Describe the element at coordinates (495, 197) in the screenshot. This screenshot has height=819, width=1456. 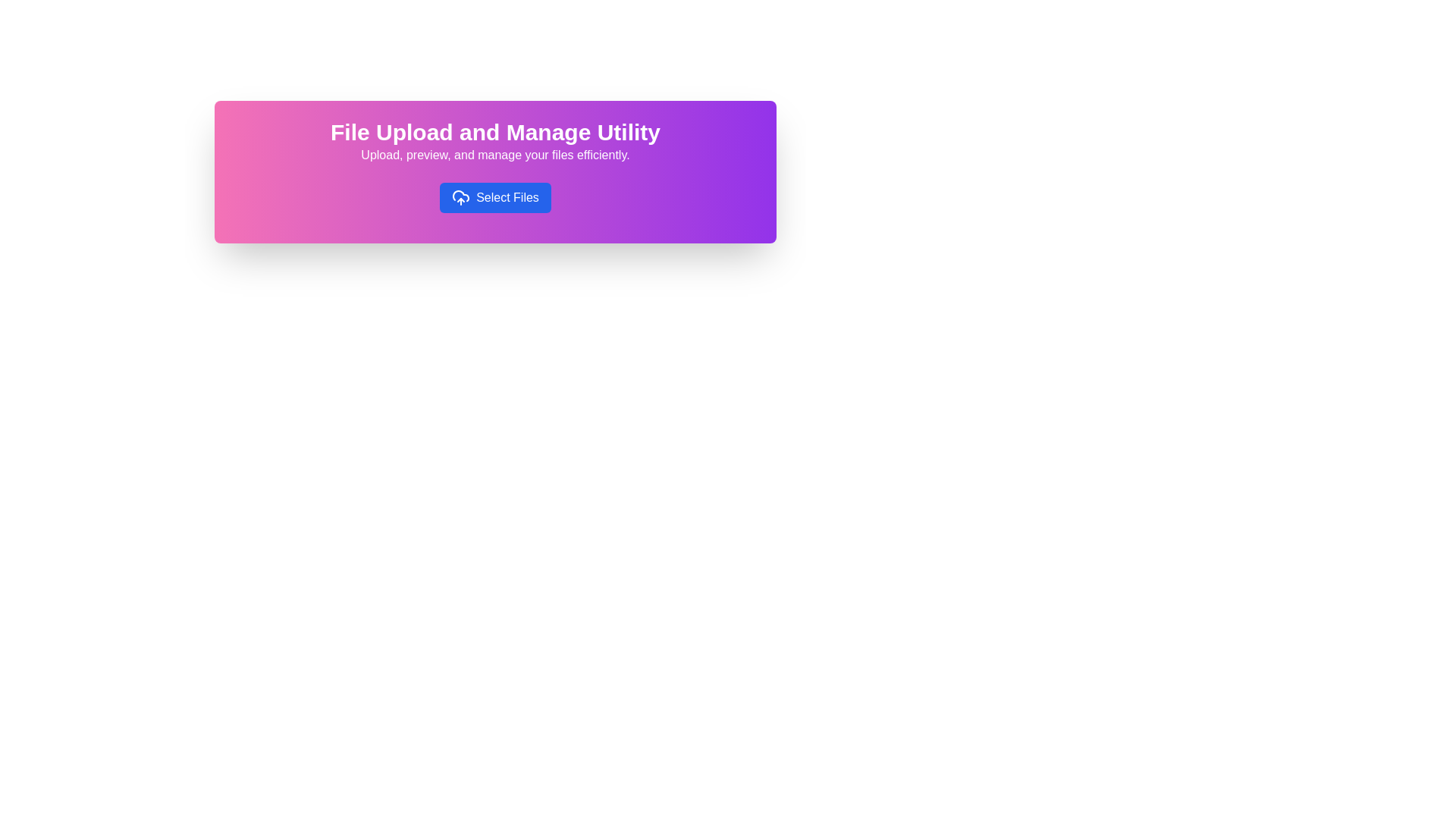
I see `the blue rectangular button labeled 'Select Files' with a cloud and arrow icon` at that location.